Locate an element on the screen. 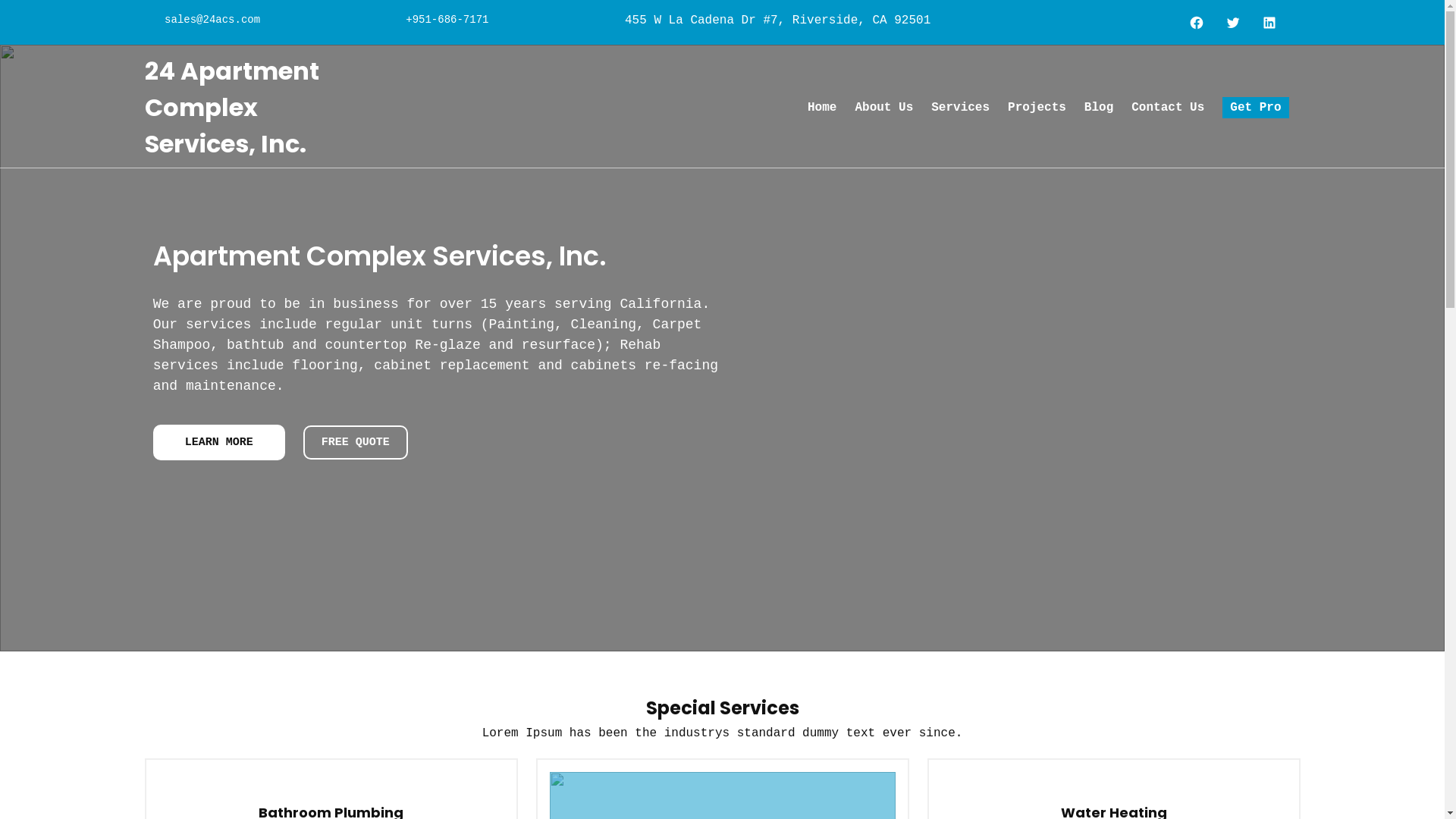  '24 Apartment Complex Services, Inc.' is located at coordinates (231, 106).